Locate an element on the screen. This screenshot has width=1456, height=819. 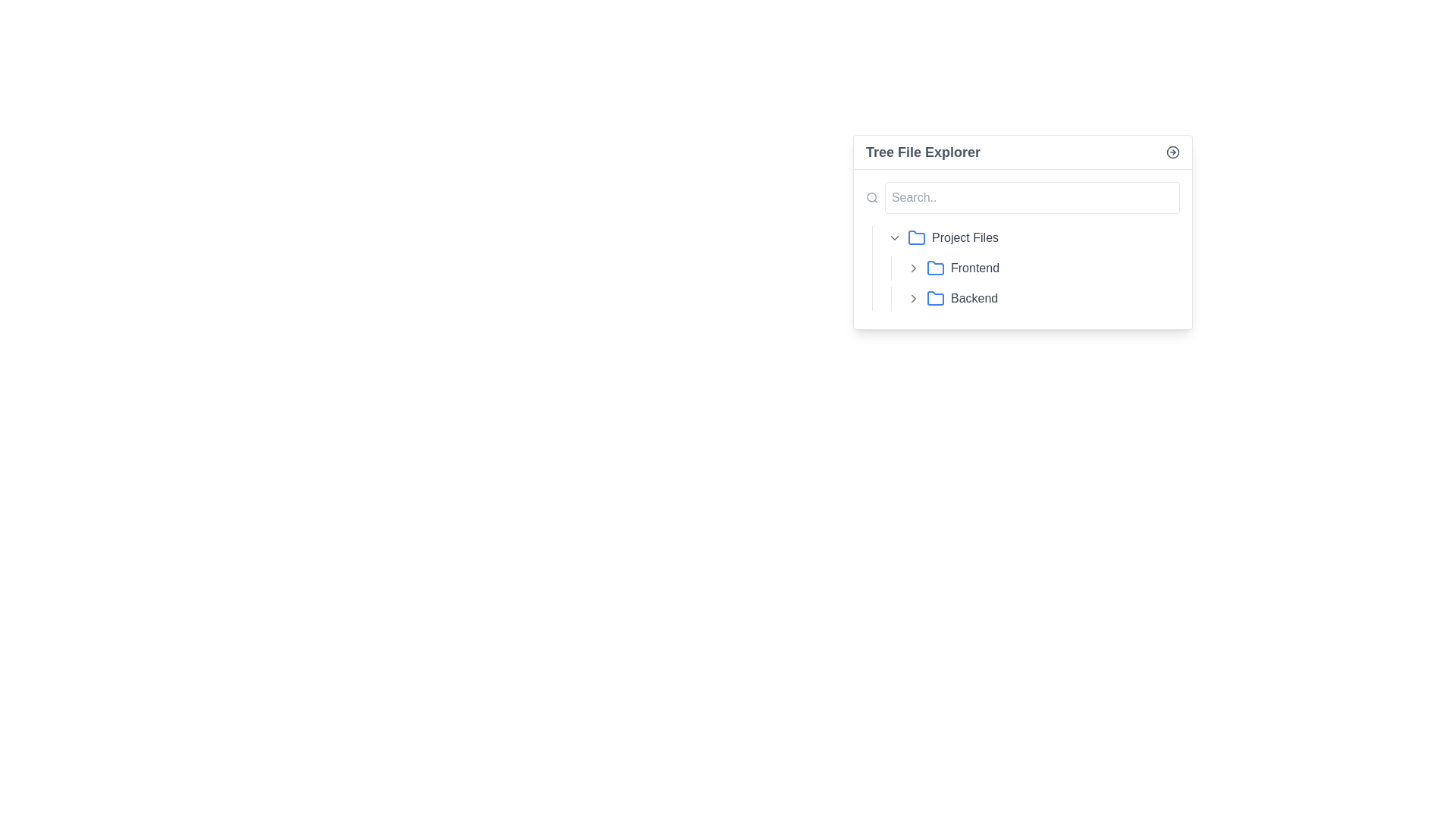
the 'Project Files' folder icon located near the top of the file explorer tree view is located at coordinates (916, 237).